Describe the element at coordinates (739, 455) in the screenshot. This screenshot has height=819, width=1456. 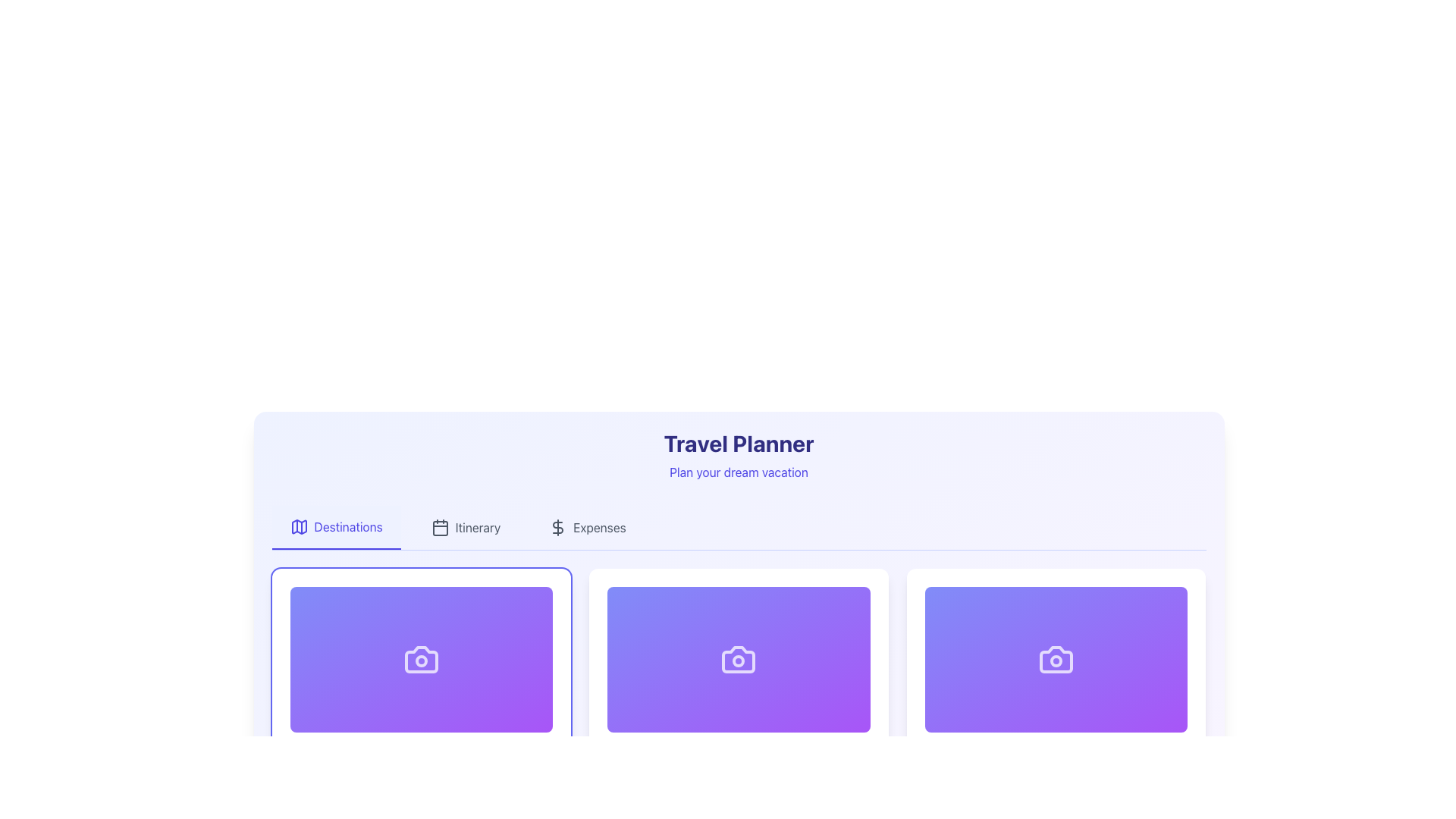
I see `the text block displaying the title 'Travel Planner' and subtitle 'Plan your dream vacation', which is located above the tab navigation bar` at that location.